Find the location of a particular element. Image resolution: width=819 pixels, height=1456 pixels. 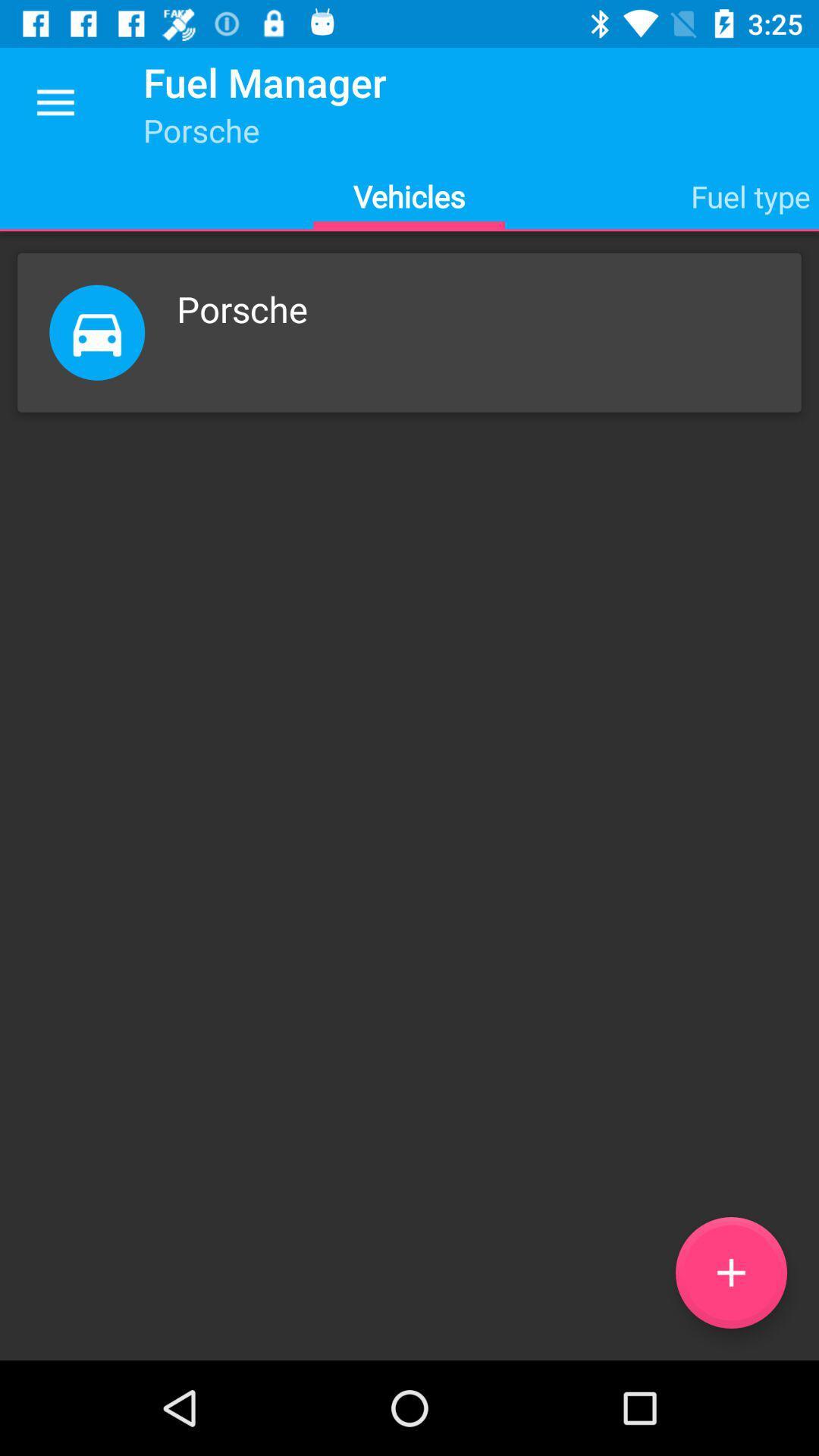

icon at the bottom right corner is located at coordinates (730, 1272).